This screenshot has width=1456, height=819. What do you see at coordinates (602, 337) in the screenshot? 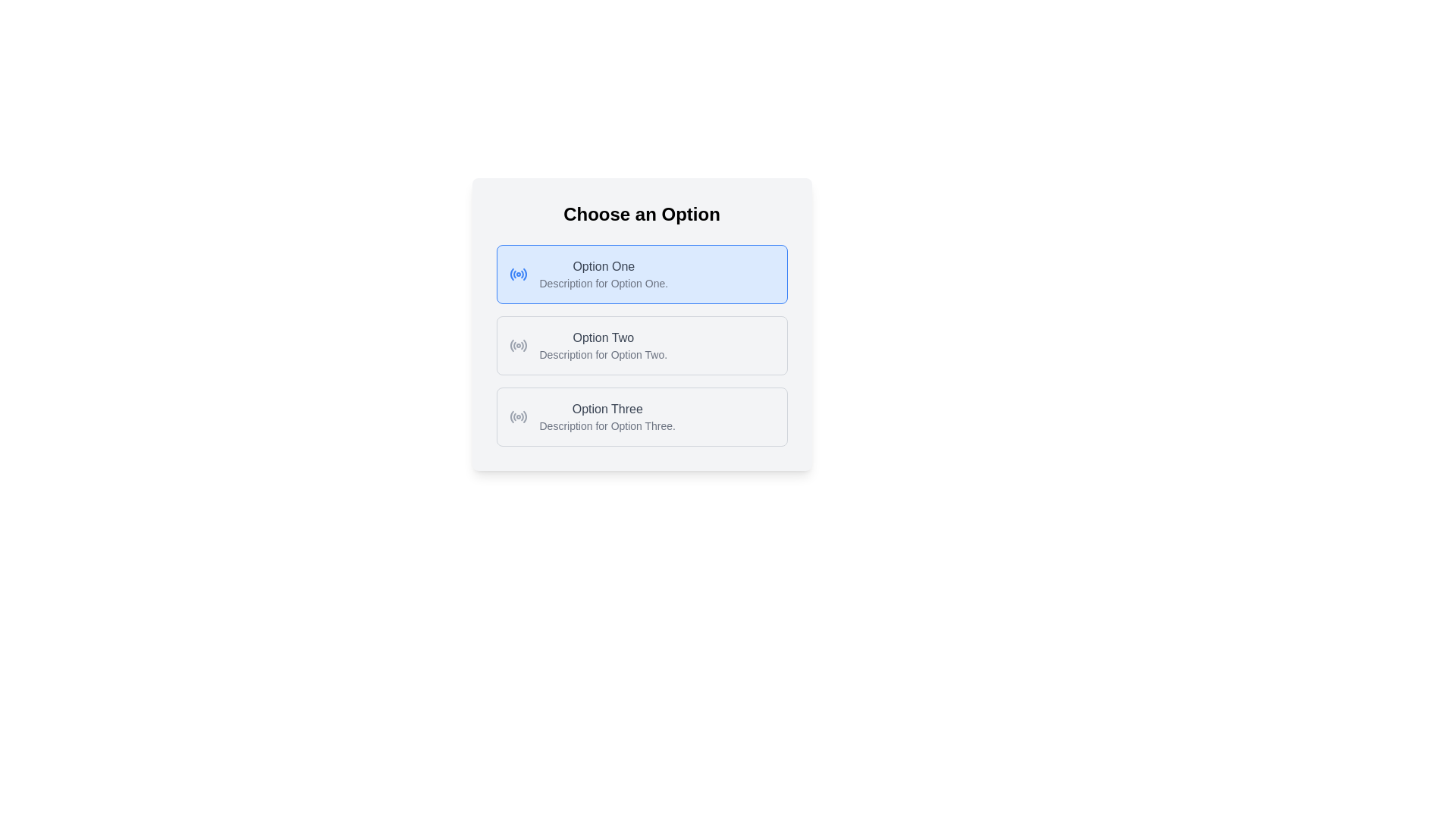
I see `the static text label for 'Option Two', which is positioned between 'Option One' and 'Option Three' and provides a title for the user` at bounding box center [602, 337].